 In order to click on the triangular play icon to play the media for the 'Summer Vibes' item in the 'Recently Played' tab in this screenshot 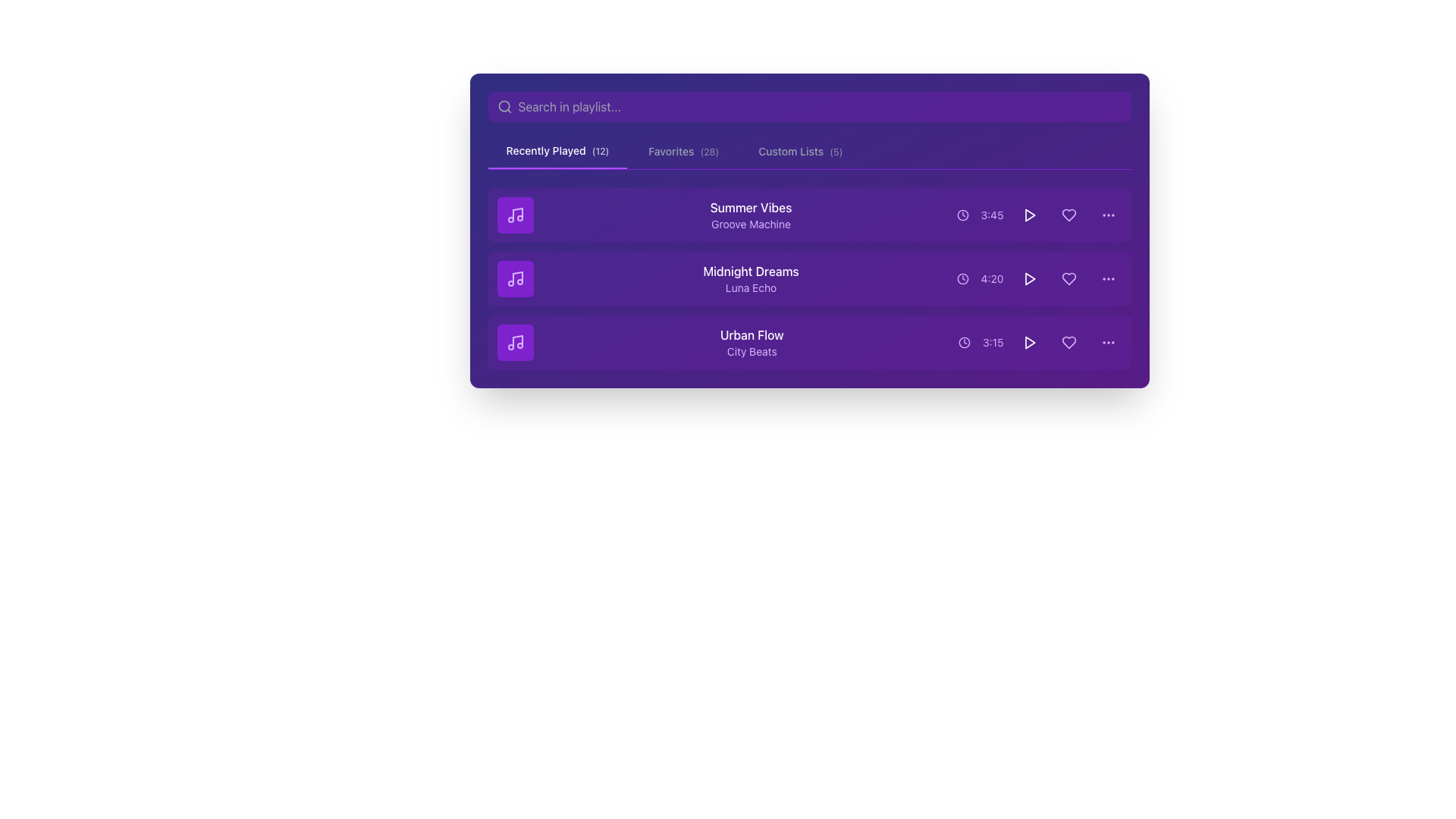, I will do `click(1030, 215)`.